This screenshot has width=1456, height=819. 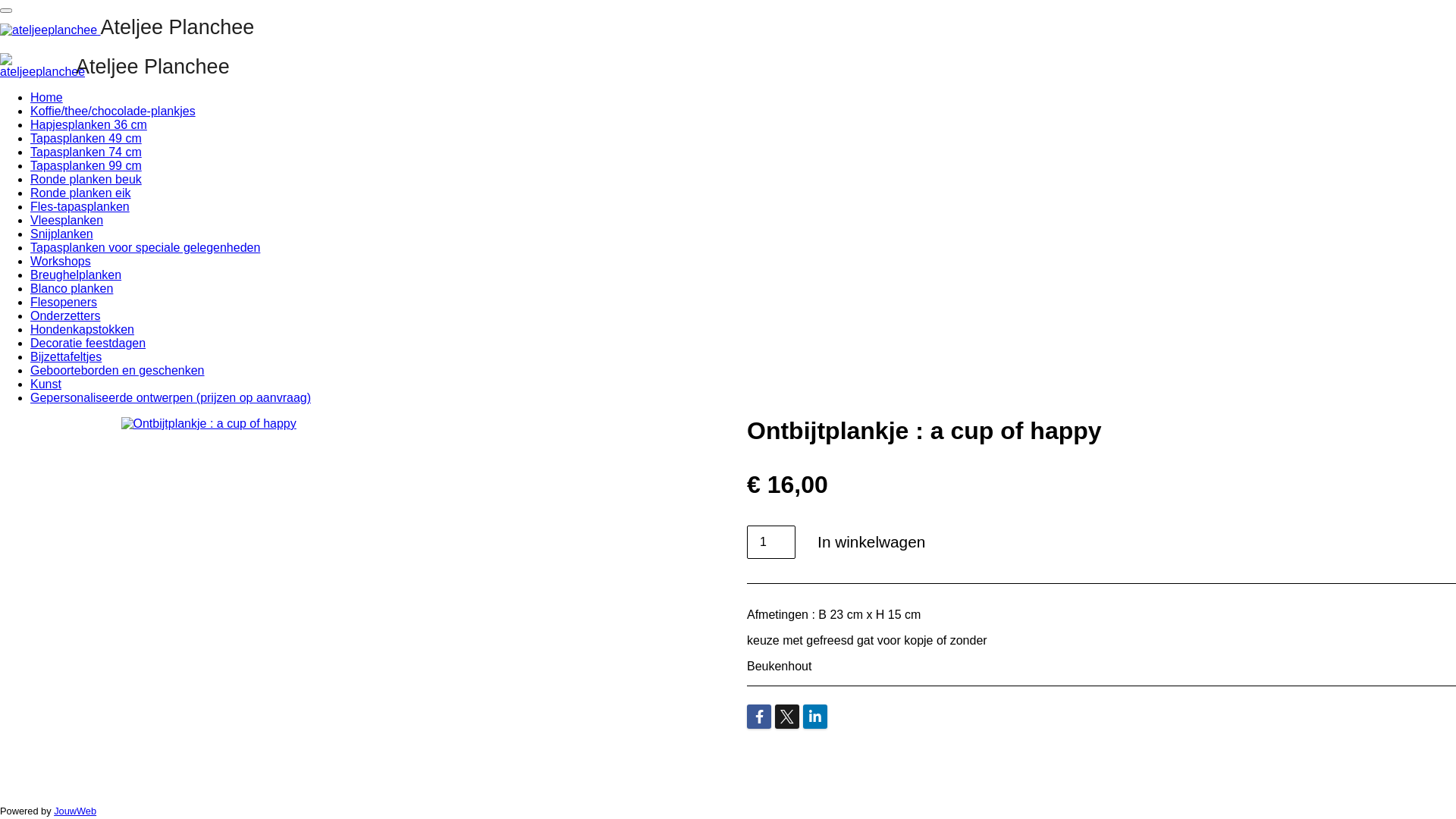 What do you see at coordinates (171, 397) in the screenshot?
I see `'Gepersonaliseerde ontwerpen (prijzen op aanvraag)'` at bounding box center [171, 397].